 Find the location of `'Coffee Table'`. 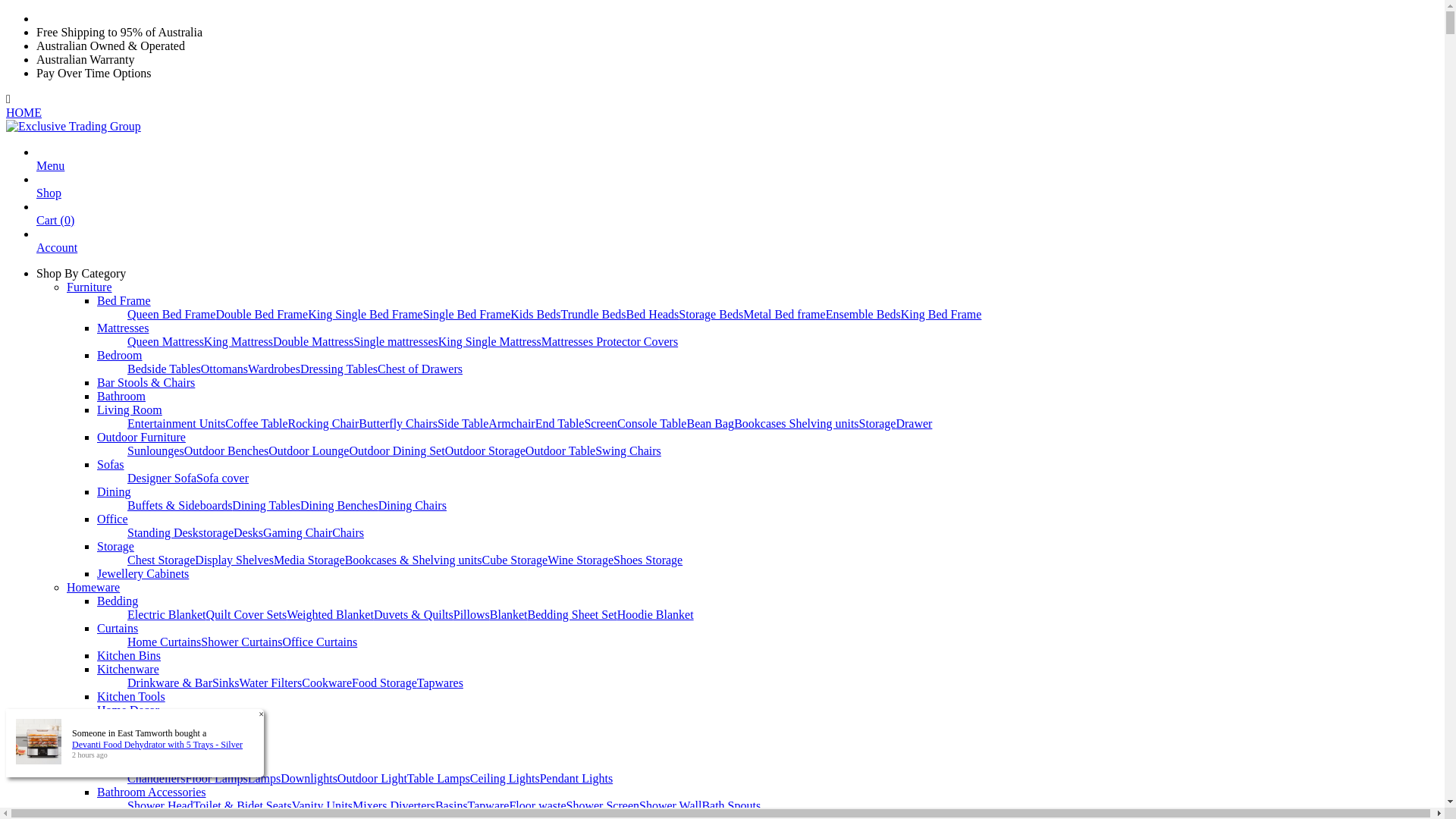

'Coffee Table' is located at coordinates (256, 423).